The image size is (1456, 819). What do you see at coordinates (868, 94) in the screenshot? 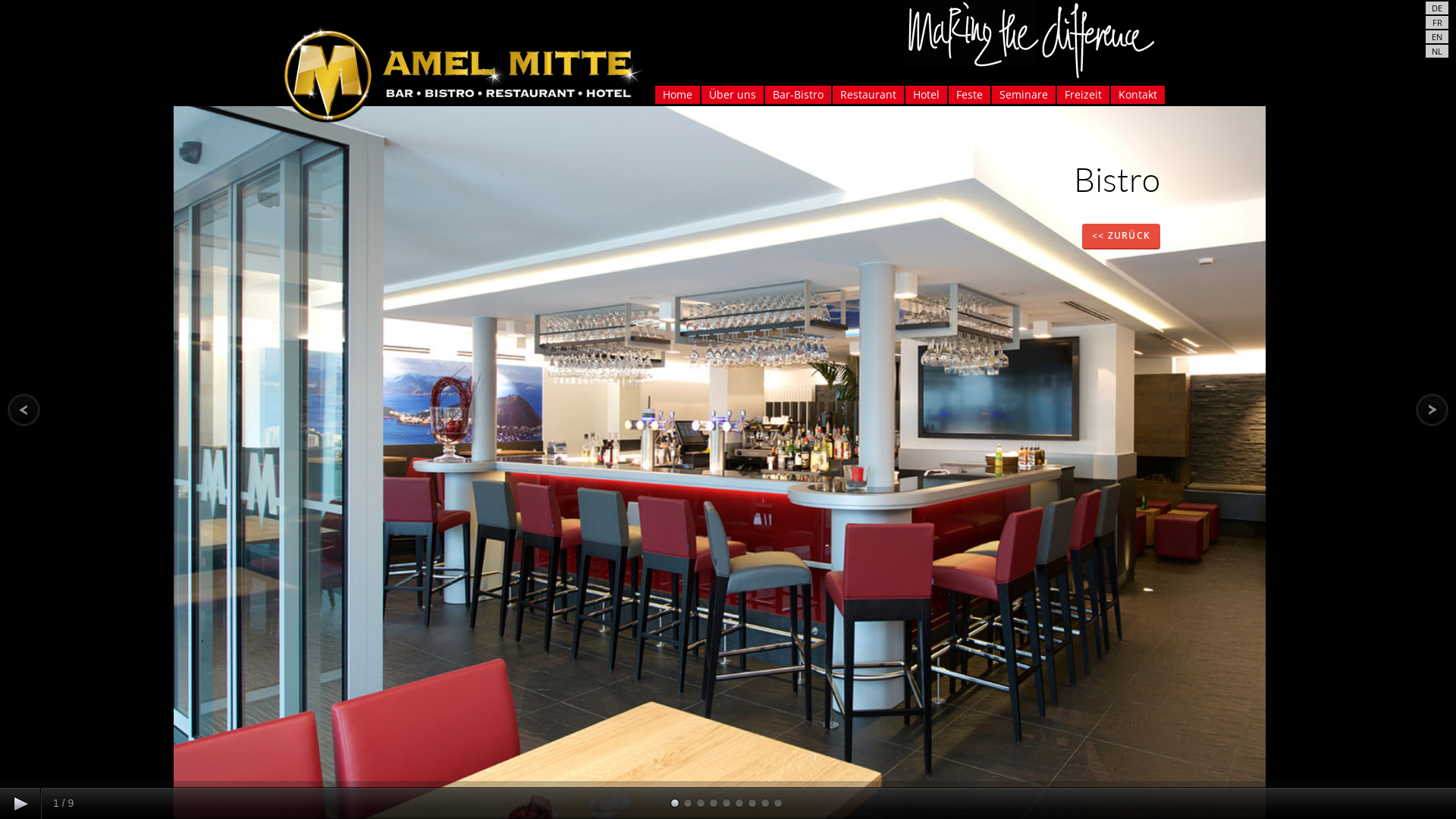
I see `'Restaurant'` at bounding box center [868, 94].